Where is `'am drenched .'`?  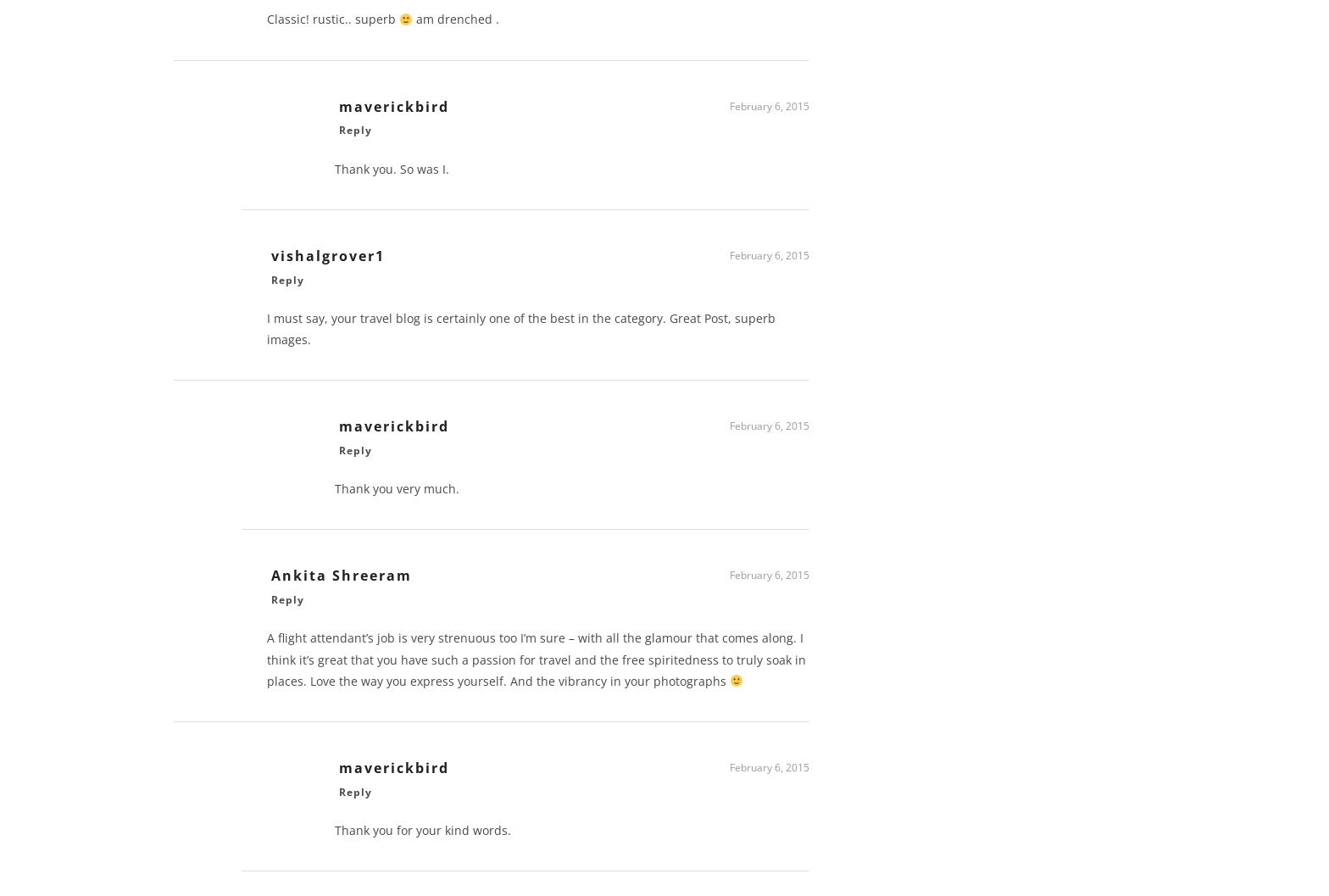 'am drenched .' is located at coordinates (455, 25).